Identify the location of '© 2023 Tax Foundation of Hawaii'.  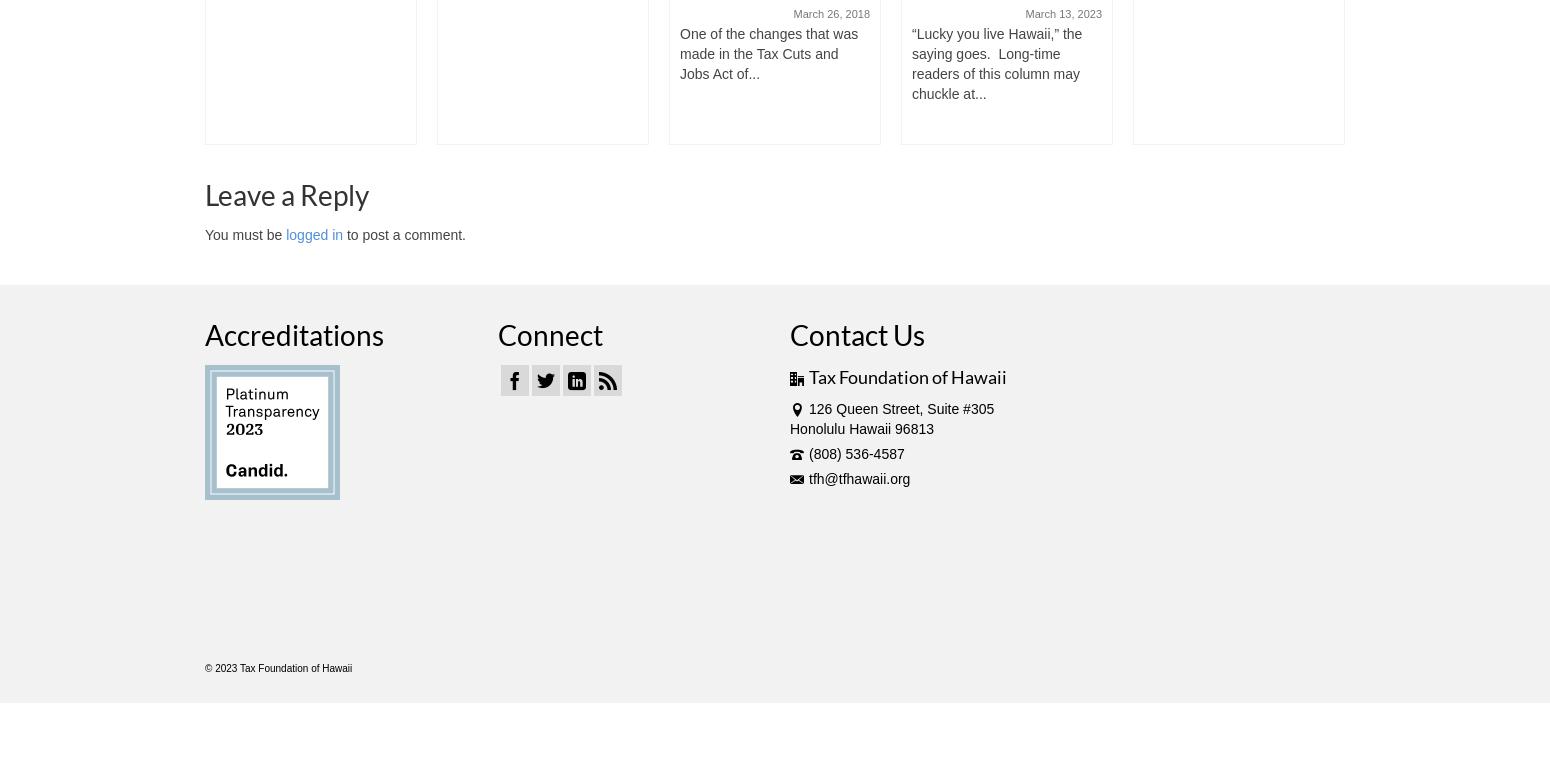
(204, 668).